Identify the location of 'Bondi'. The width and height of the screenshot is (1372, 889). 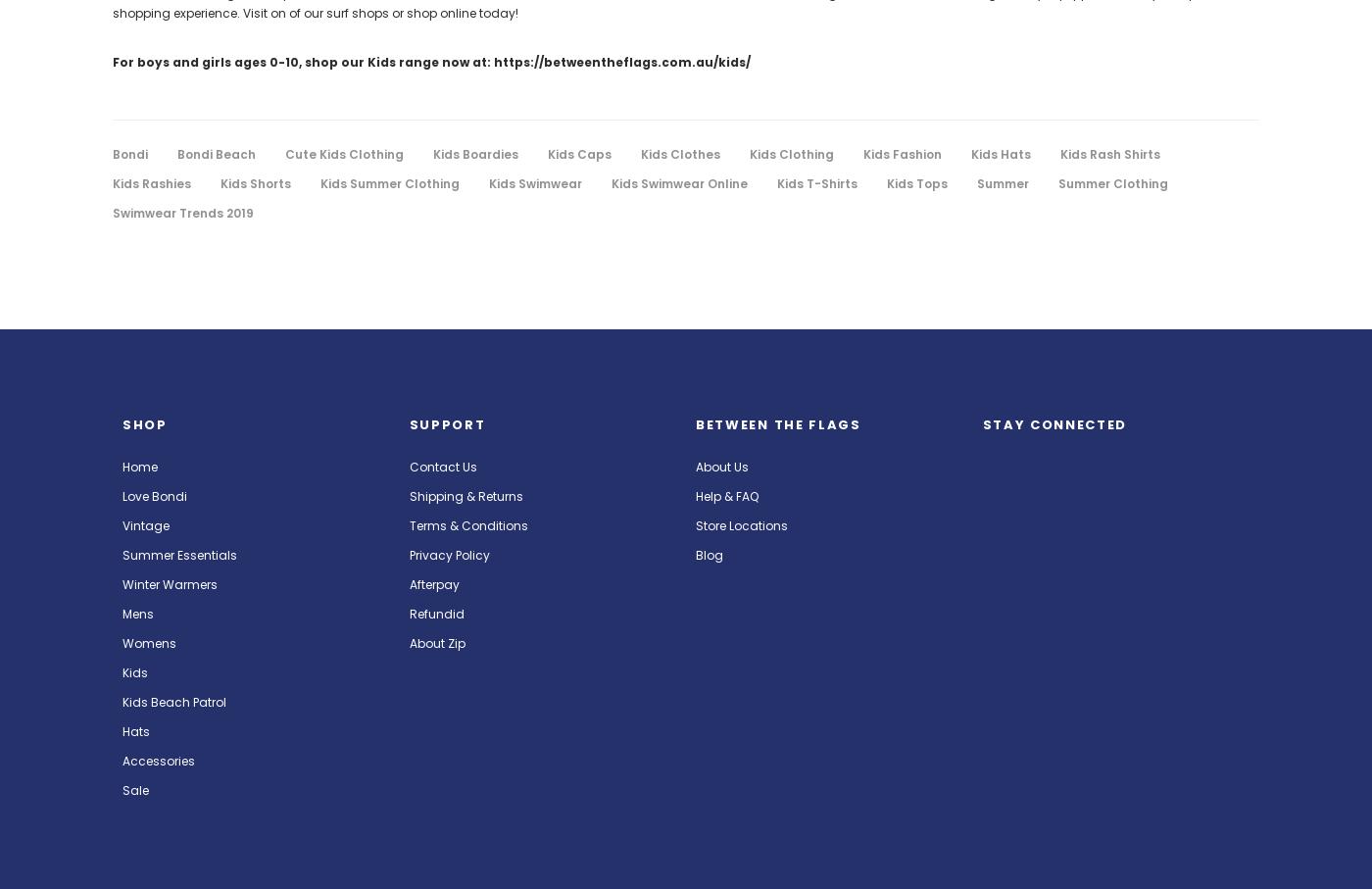
(112, 154).